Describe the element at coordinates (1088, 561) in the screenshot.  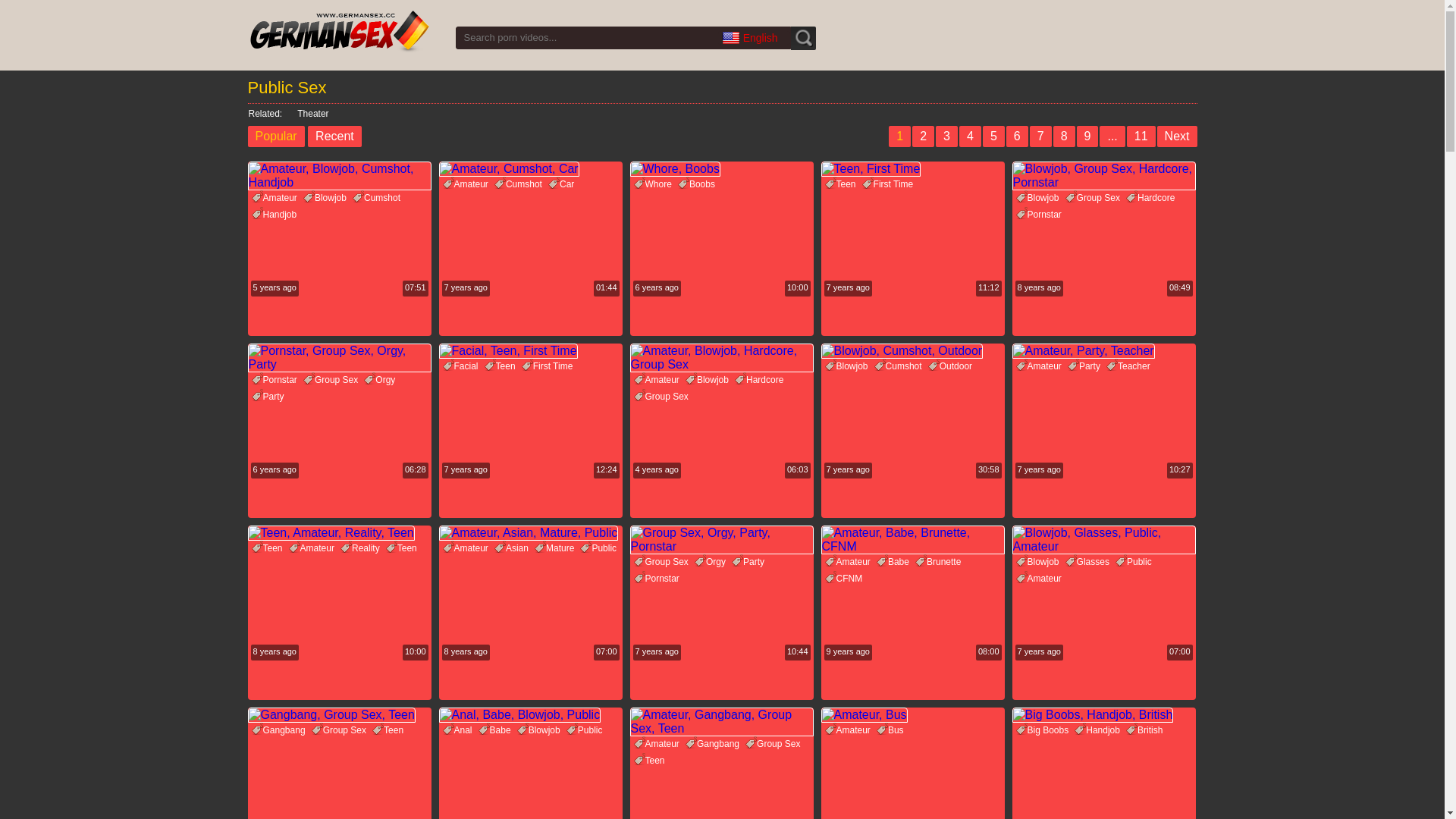
I see `'Glasses'` at that location.